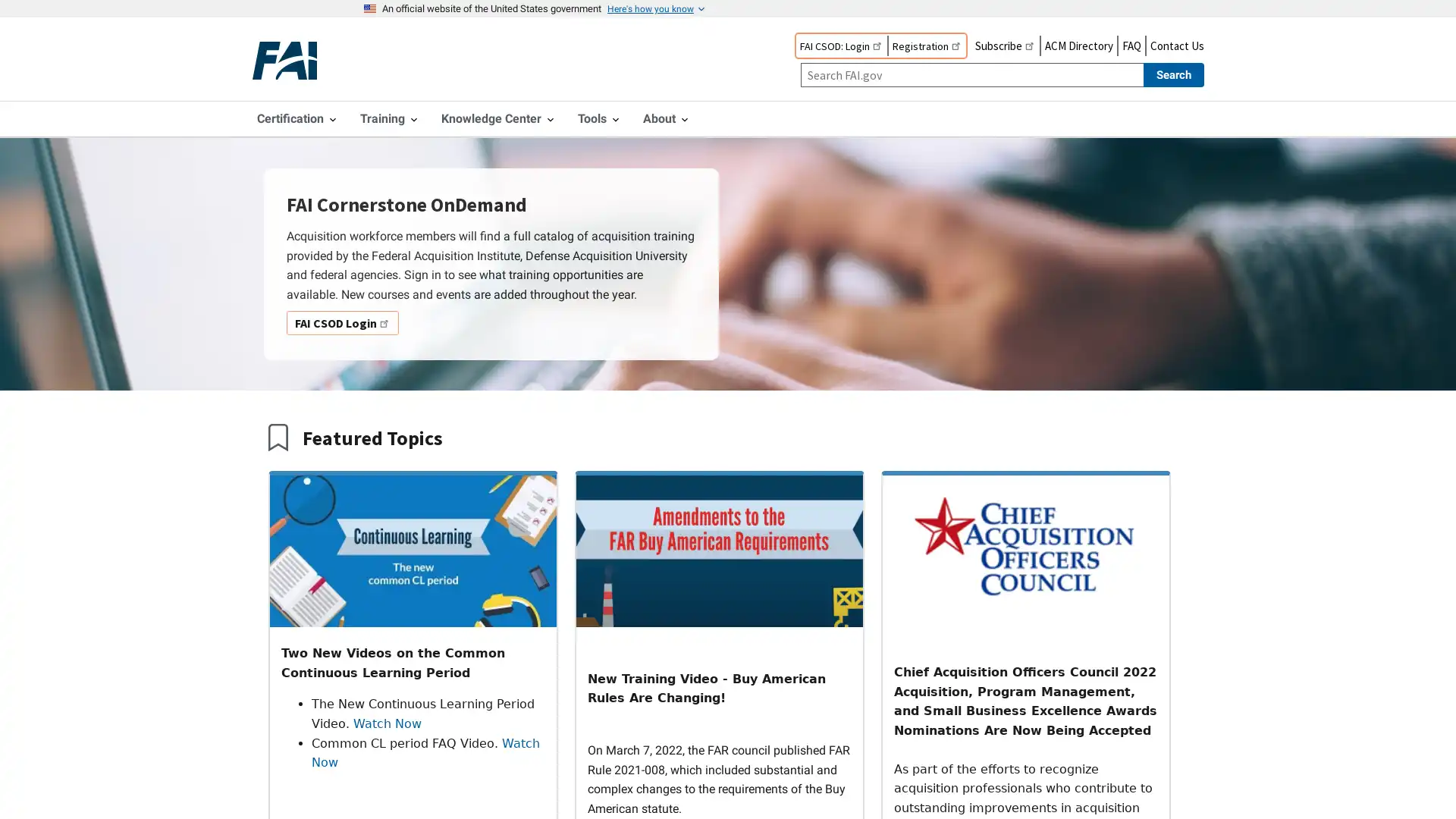  I want to click on Here's how you know, so click(651, 8).